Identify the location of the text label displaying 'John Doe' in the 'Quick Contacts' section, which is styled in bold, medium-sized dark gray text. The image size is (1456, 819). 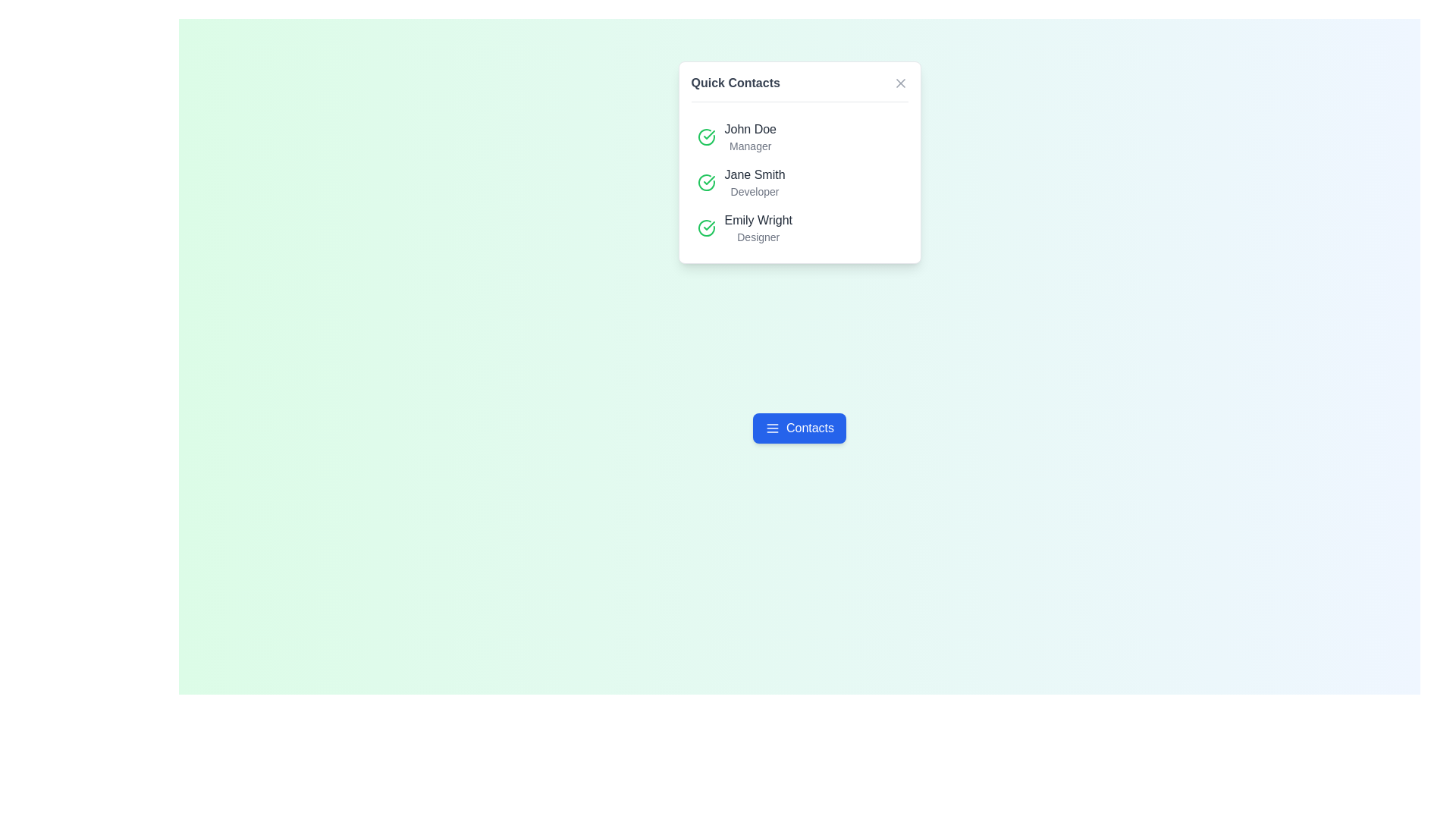
(750, 128).